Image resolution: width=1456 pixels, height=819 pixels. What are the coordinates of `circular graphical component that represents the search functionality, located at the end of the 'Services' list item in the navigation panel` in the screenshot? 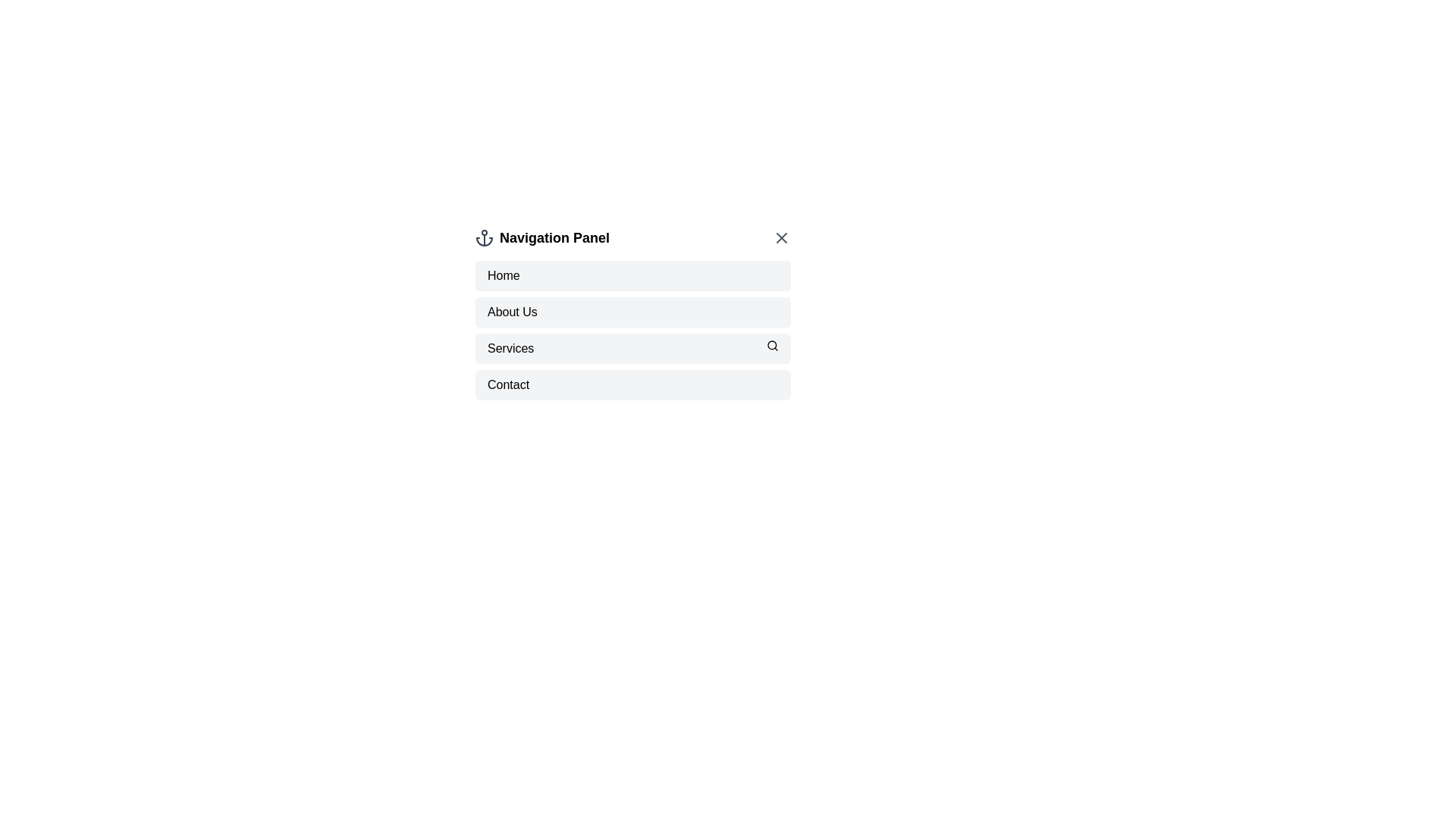 It's located at (772, 345).